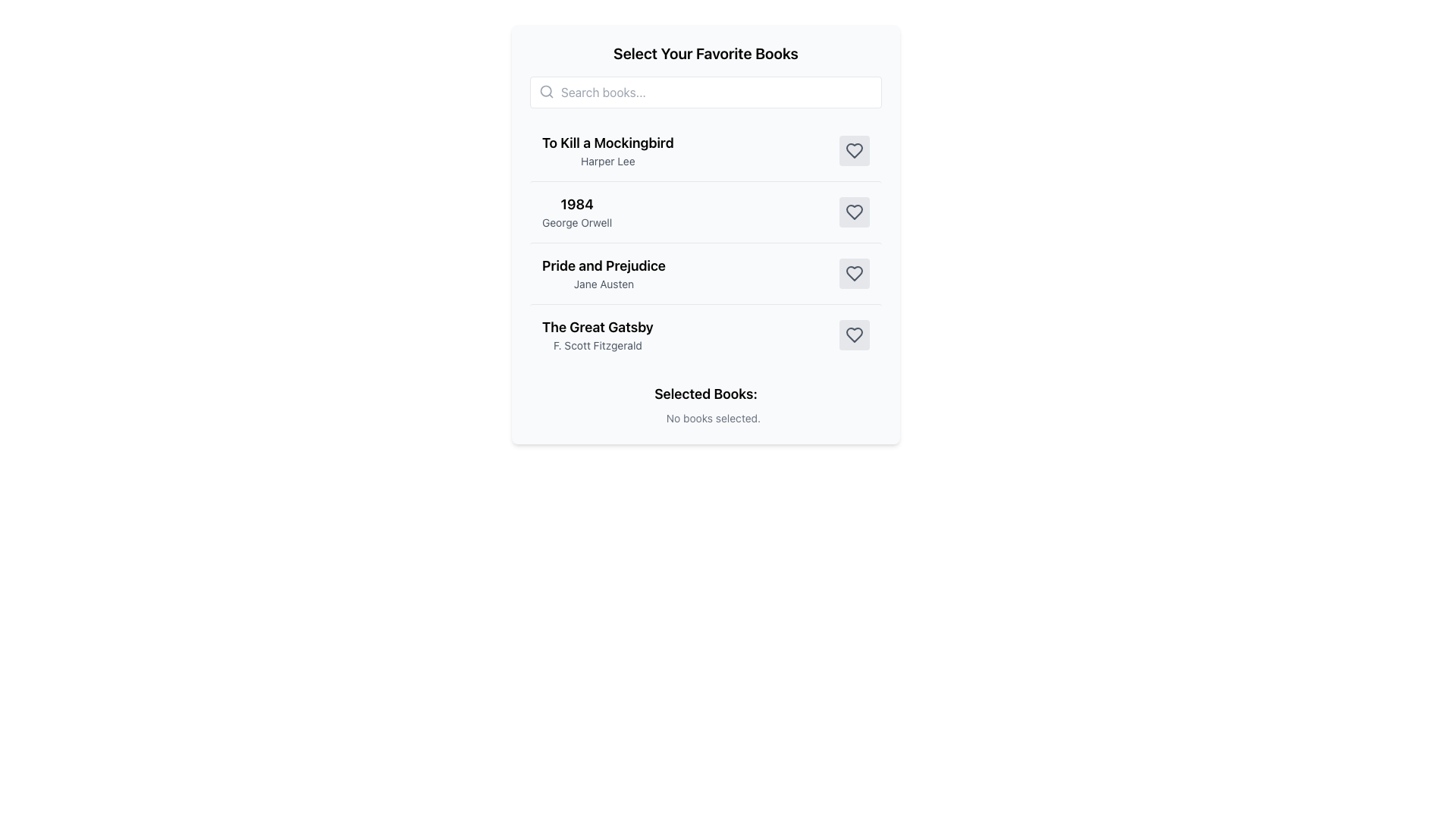 Image resolution: width=1456 pixels, height=819 pixels. I want to click on the attribution label indicating the author of the book 'Pride and Prejudice', positioned directly underneath the book title, so click(603, 284).